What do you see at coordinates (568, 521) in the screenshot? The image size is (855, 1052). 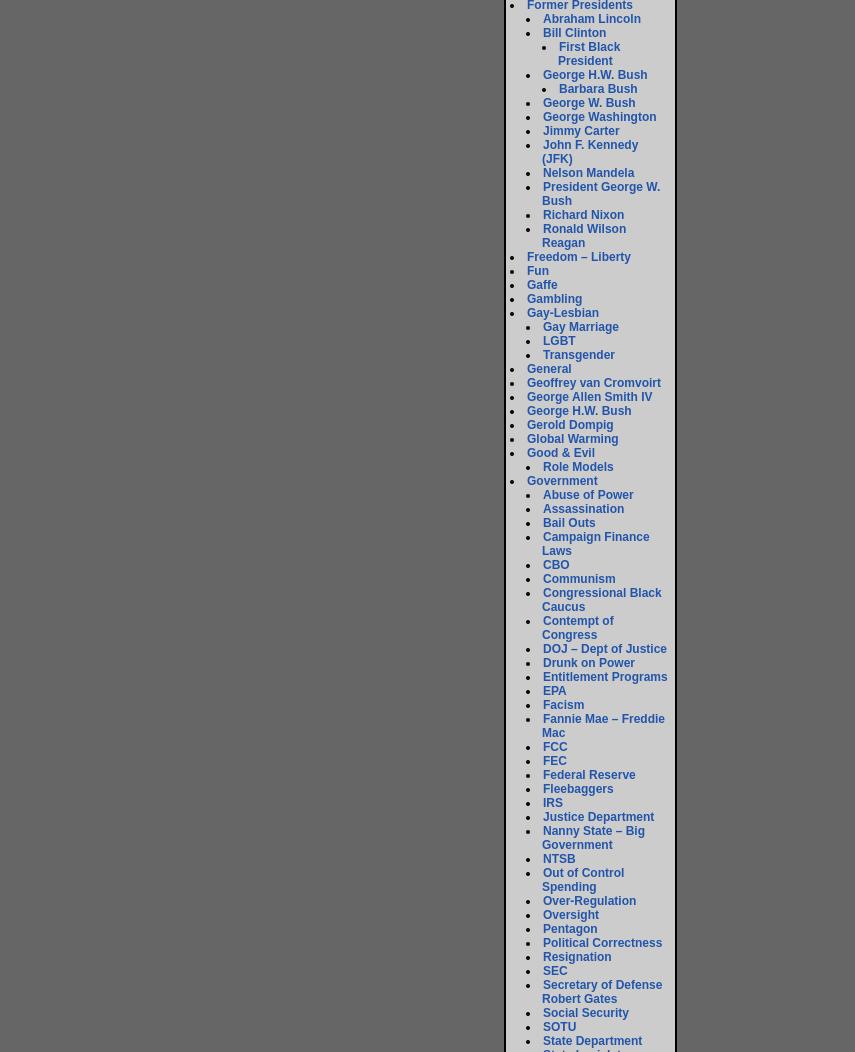 I see `'Bail Outs'` at bounding box center [568, 521].